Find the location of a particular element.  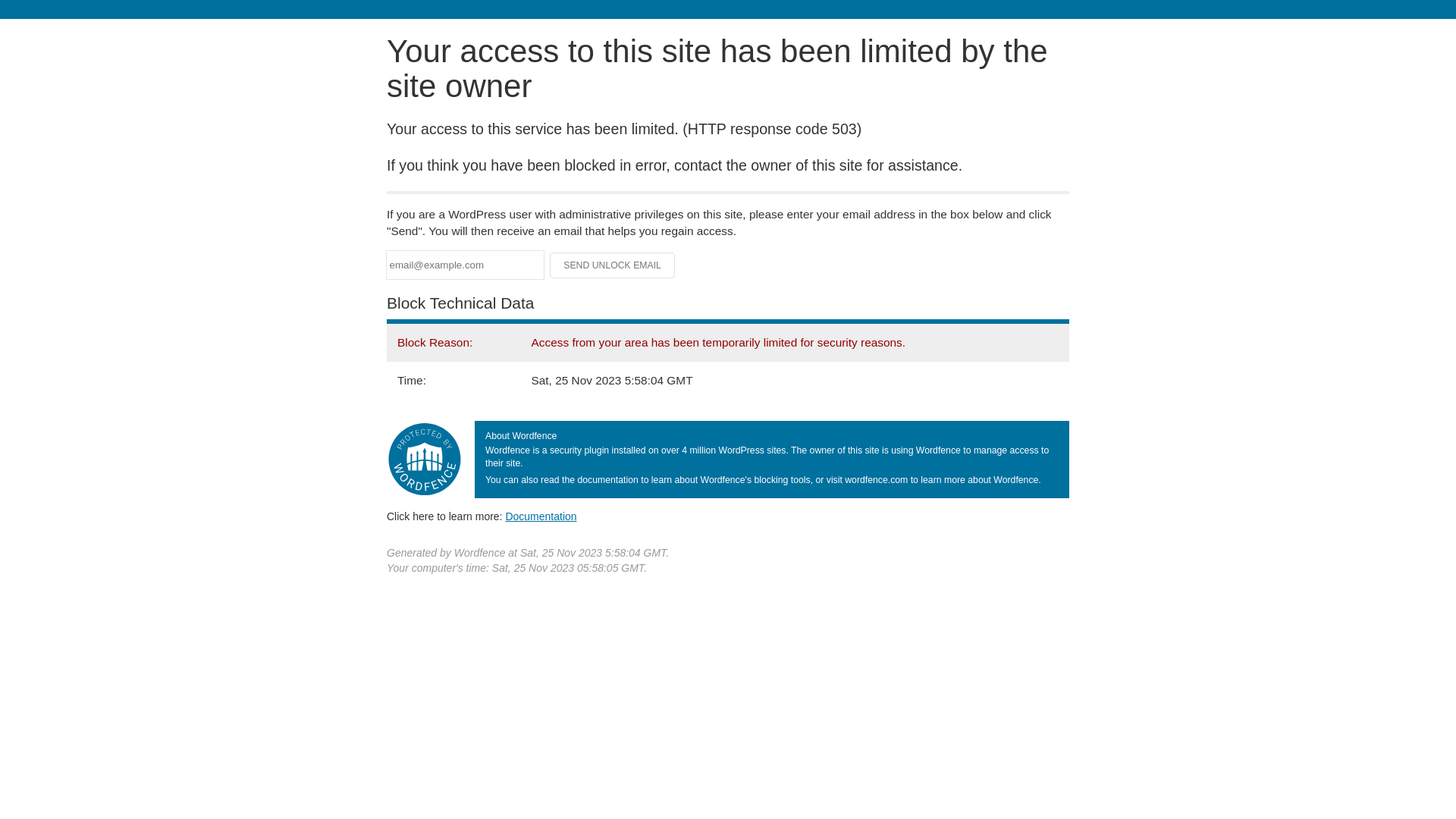

'Send Unlock Email' is located at coordinates (612, 265).